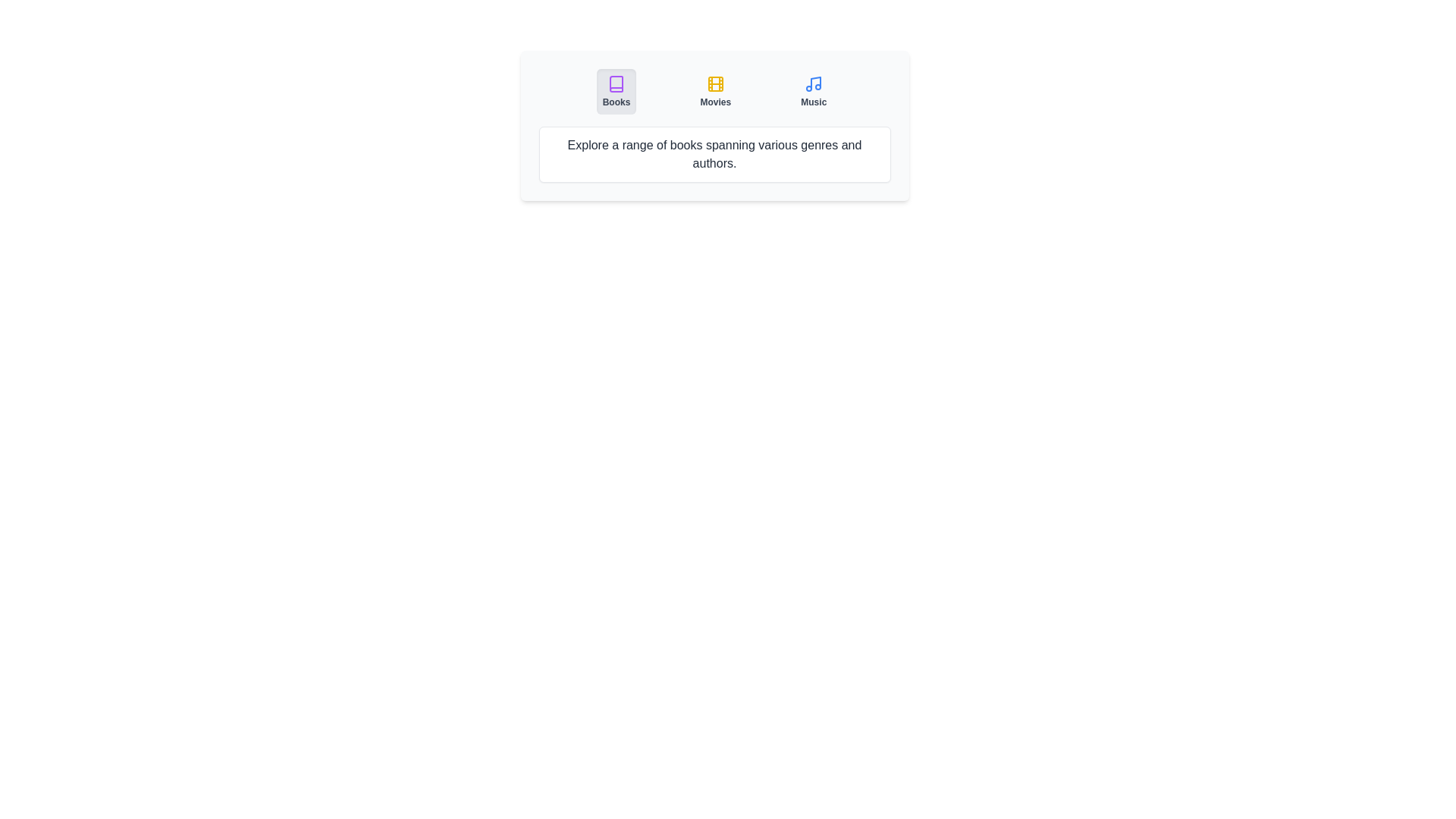  I want to click on the tab button labeled 'Books' to observe its visual effect, so click(615, 91).